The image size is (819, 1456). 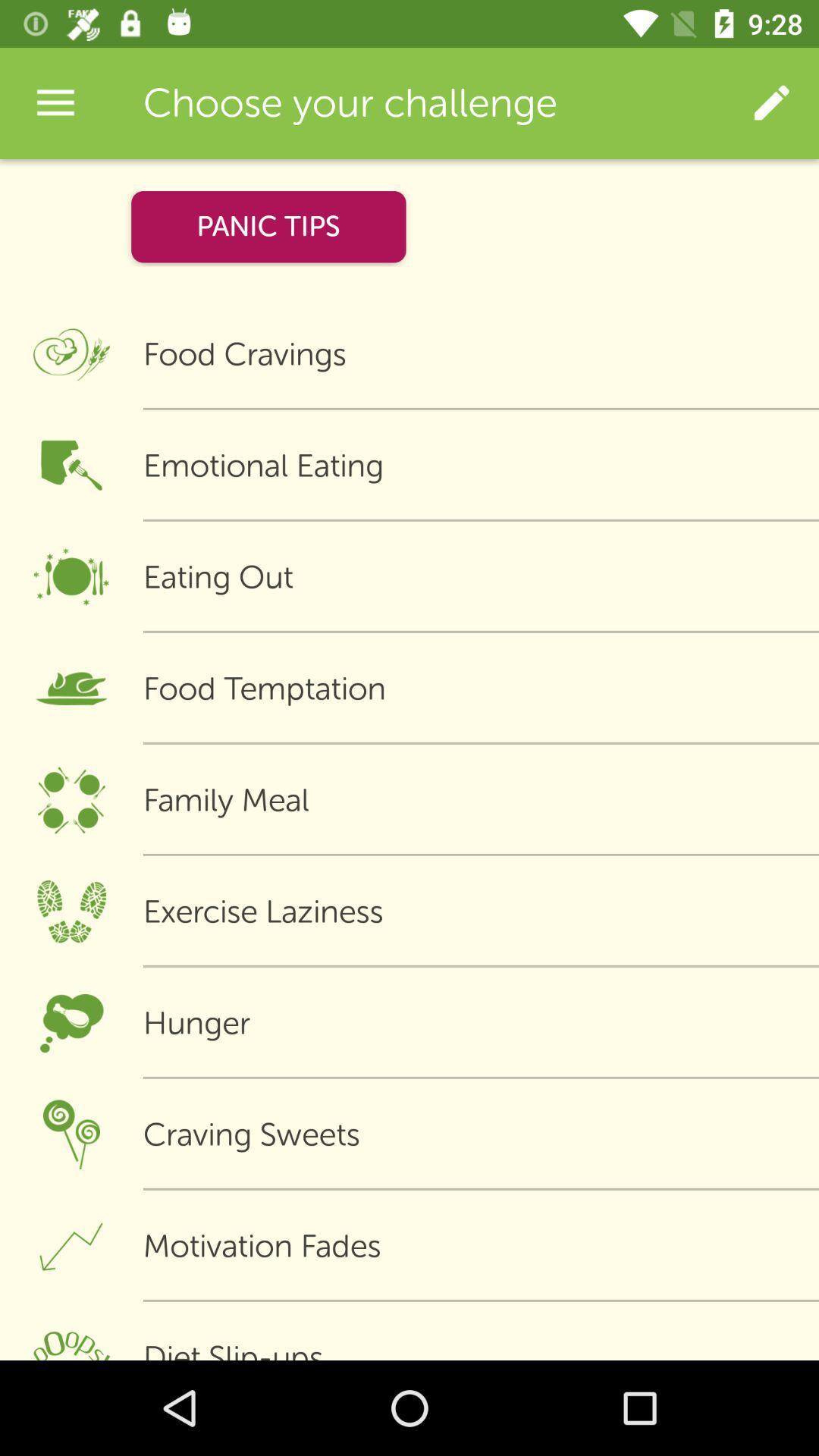 I want to click on icon above food cravings, so click(x=268, y=226).